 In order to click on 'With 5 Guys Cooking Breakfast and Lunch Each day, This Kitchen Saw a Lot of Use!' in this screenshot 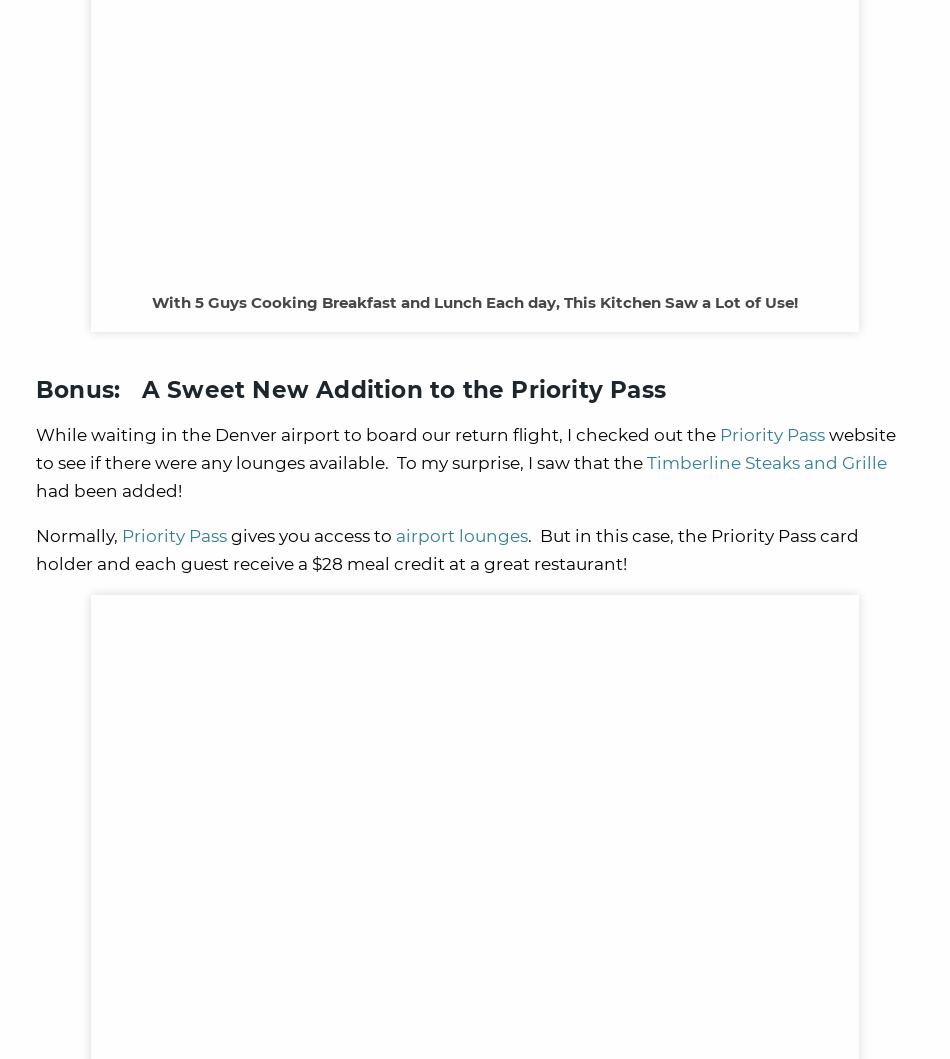, I will do `click(475, 302)`.